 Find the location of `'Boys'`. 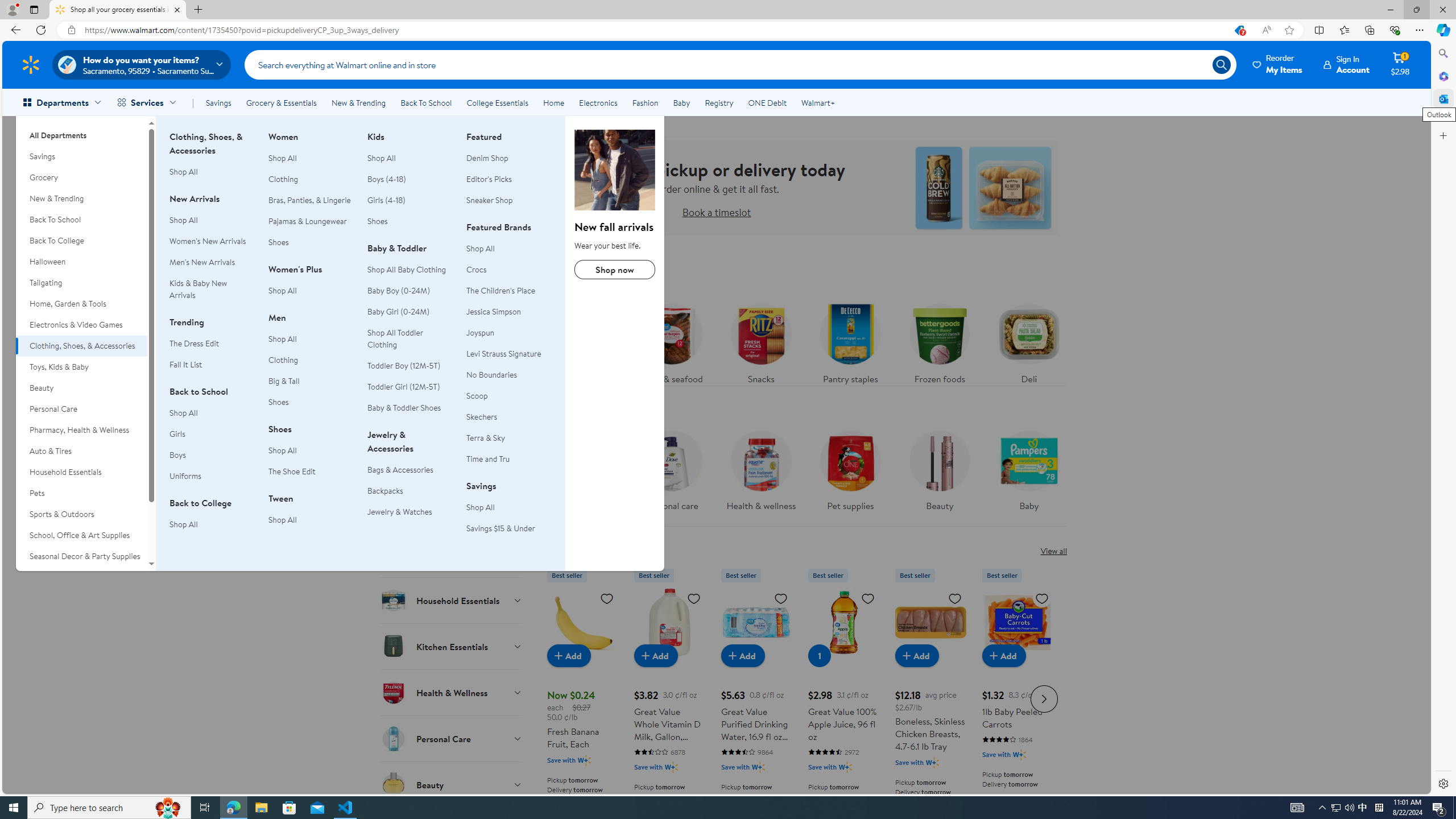

'Boys' is located at coordinates (177, 454).